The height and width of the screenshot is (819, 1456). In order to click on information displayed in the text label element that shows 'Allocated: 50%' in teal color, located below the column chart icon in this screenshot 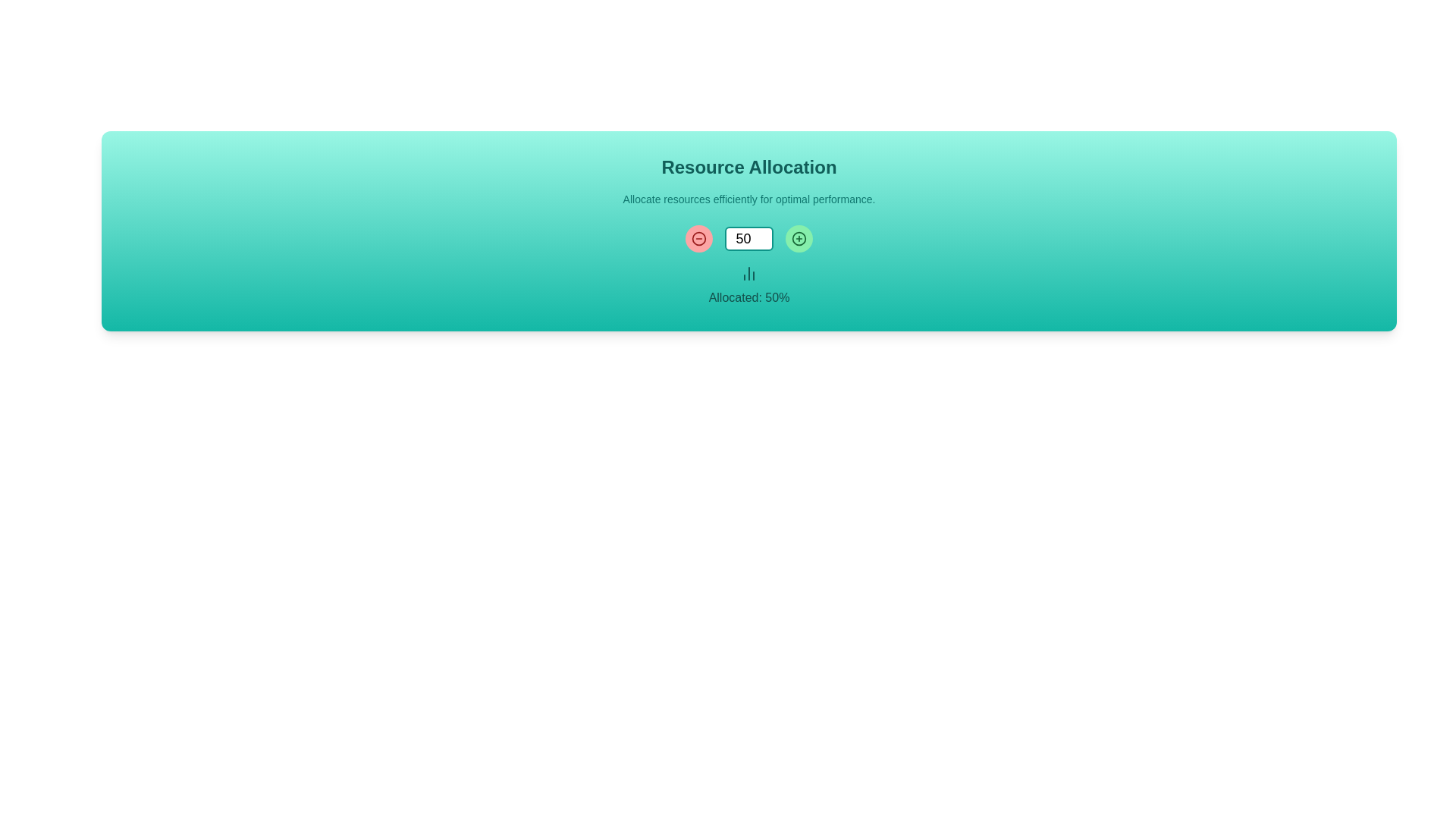, I will do `click(749, 298)`.